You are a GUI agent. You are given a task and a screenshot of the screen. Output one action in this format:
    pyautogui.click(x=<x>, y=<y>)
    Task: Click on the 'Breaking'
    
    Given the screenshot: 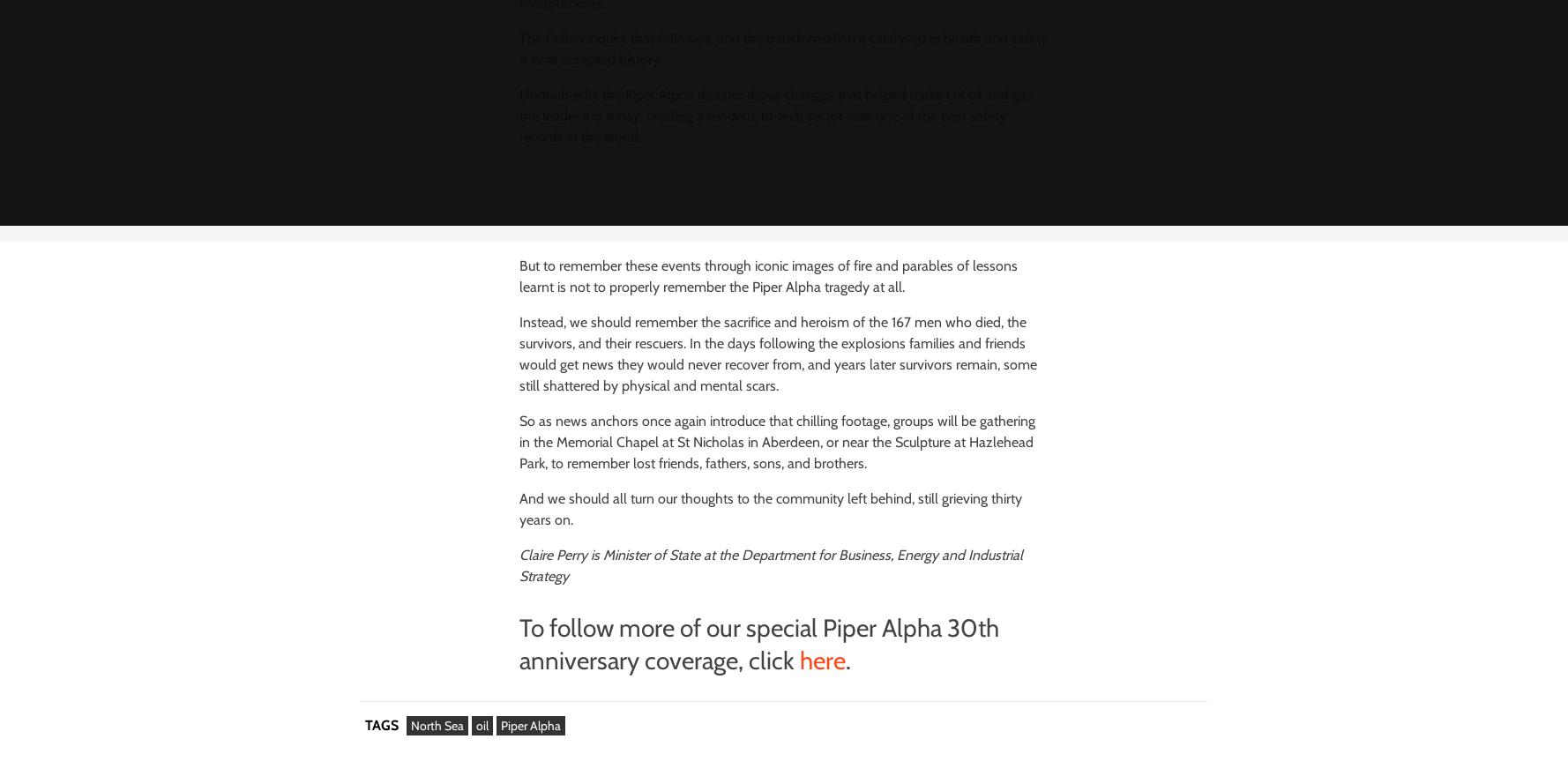 What is the action you would take?
    pyautogui.click(x=364, y=363)
    